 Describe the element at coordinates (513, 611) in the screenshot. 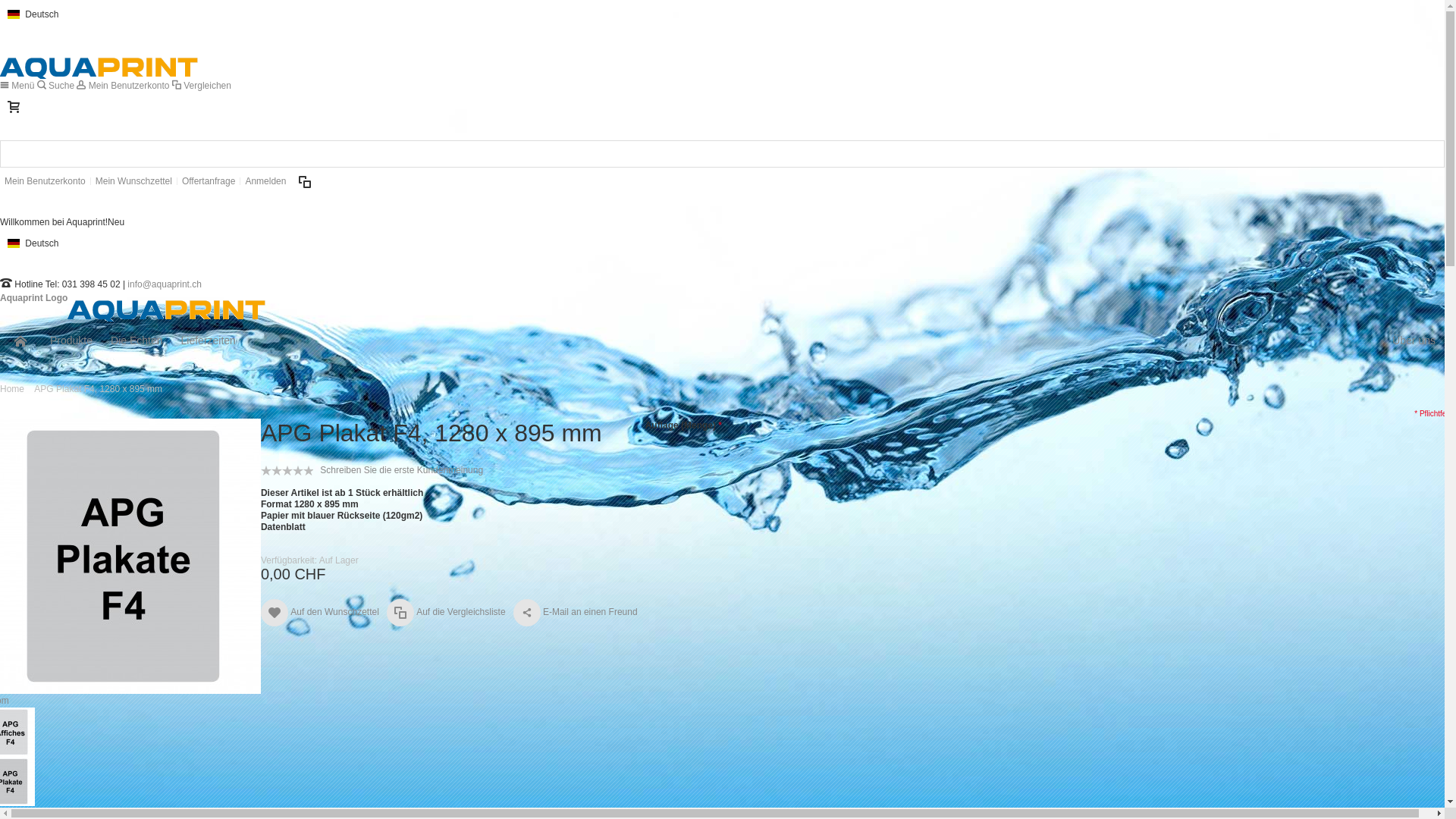

I see `'E-Mail an einen Freund'` at that location.